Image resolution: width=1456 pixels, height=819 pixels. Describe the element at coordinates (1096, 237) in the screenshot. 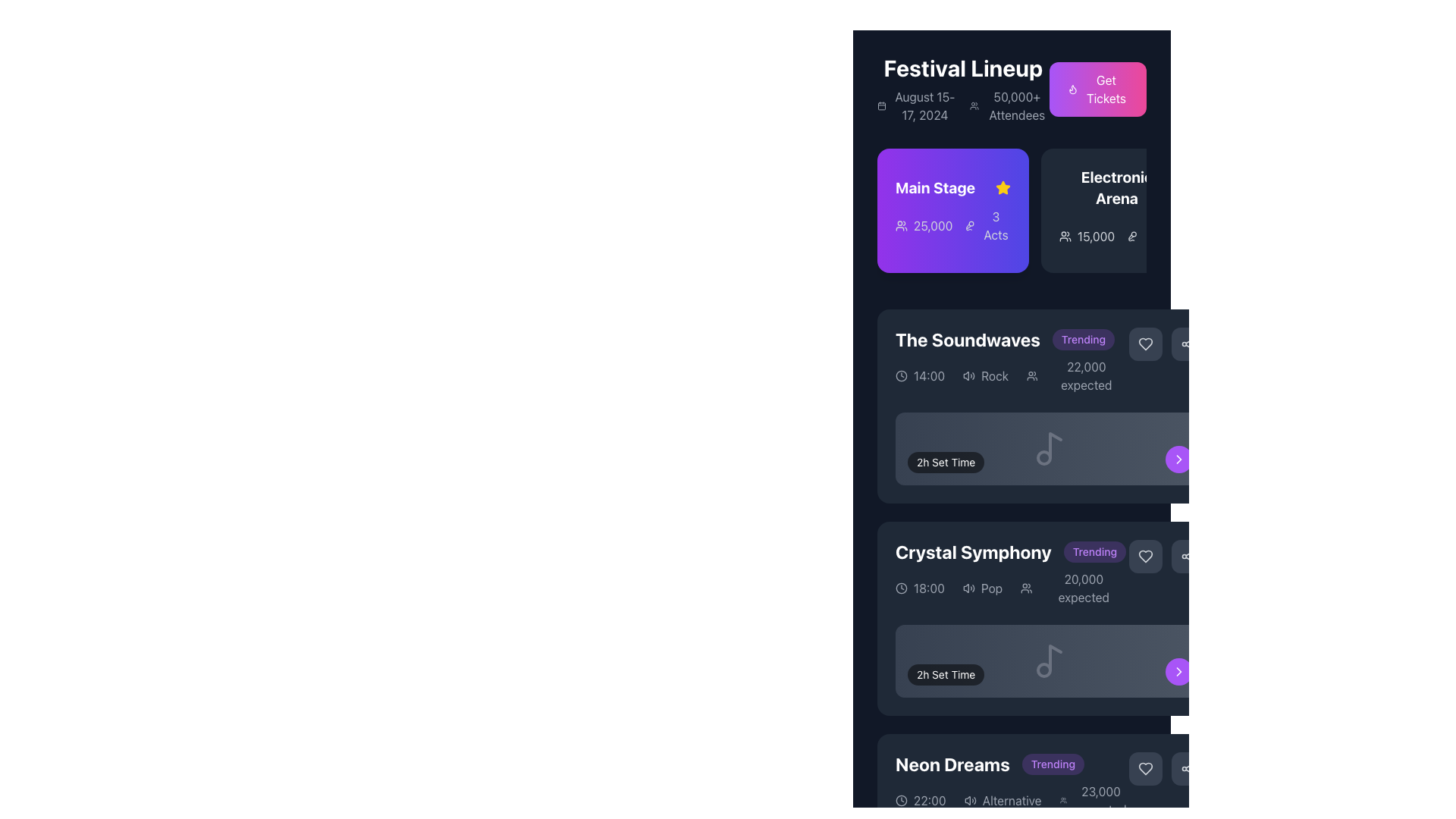

I see `number of attendees displayed in the Text Label for the 'Electronic Arena' event, located to the right of the user icon in the top portion of the interface` at that location.